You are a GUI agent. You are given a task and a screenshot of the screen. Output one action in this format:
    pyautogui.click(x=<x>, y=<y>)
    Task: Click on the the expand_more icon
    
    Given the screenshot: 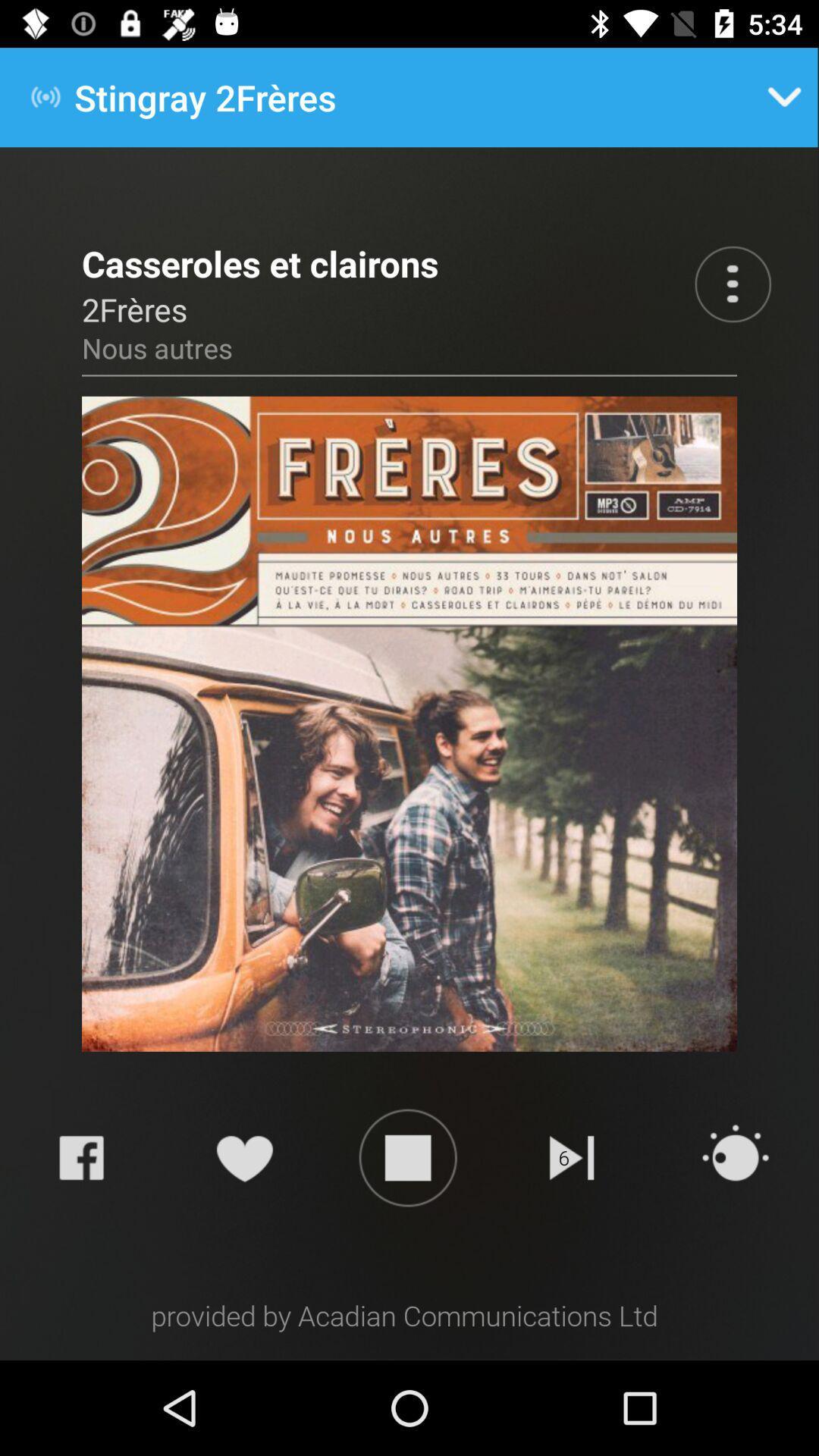 What is the action you would take?
    pyautogui.click(x=784, y=96)
    